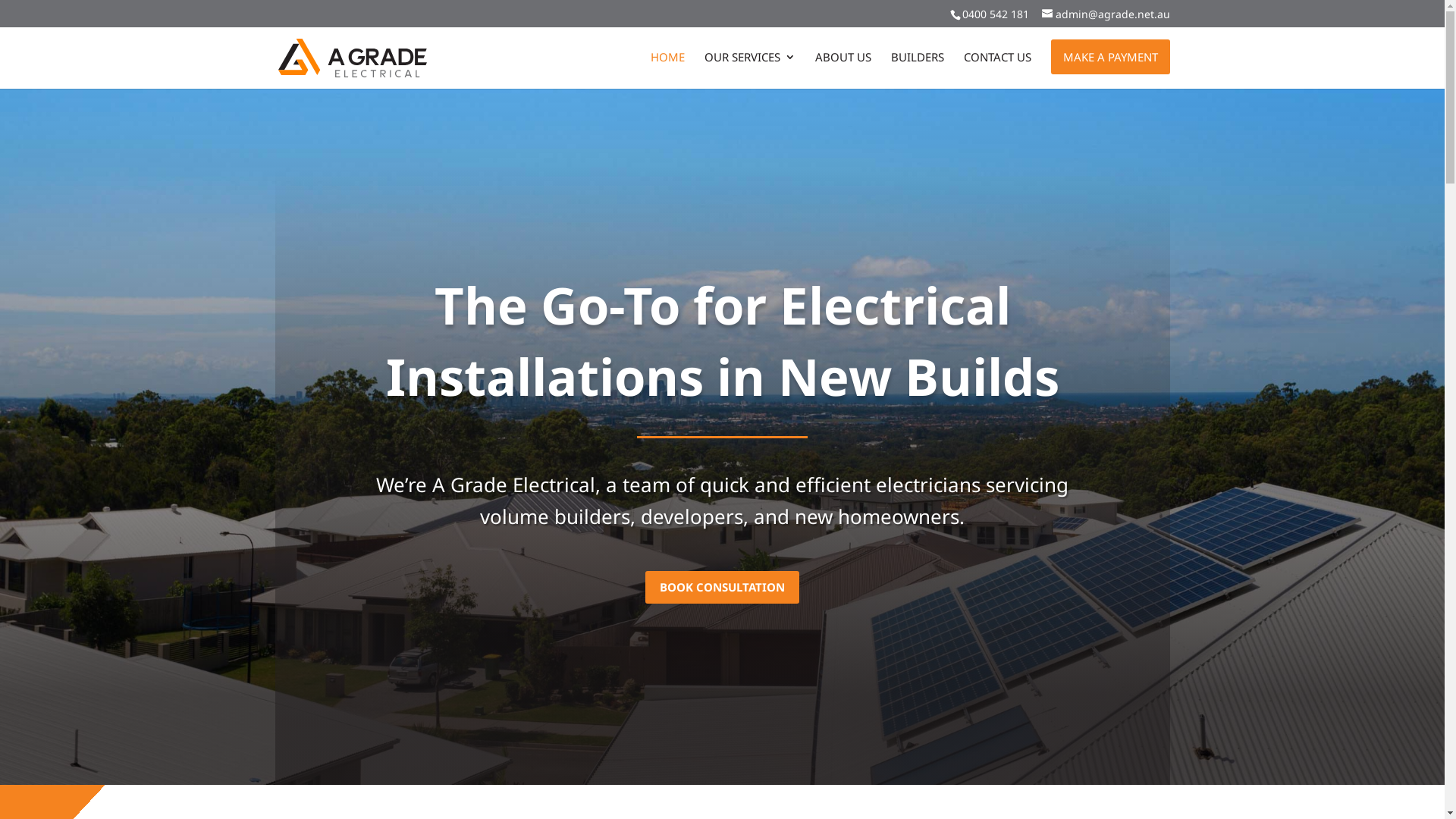  What do you see at coordinates (916, 70) in the screenshot?
I see `'BUILDERS'` at bounding box center [916, 70].